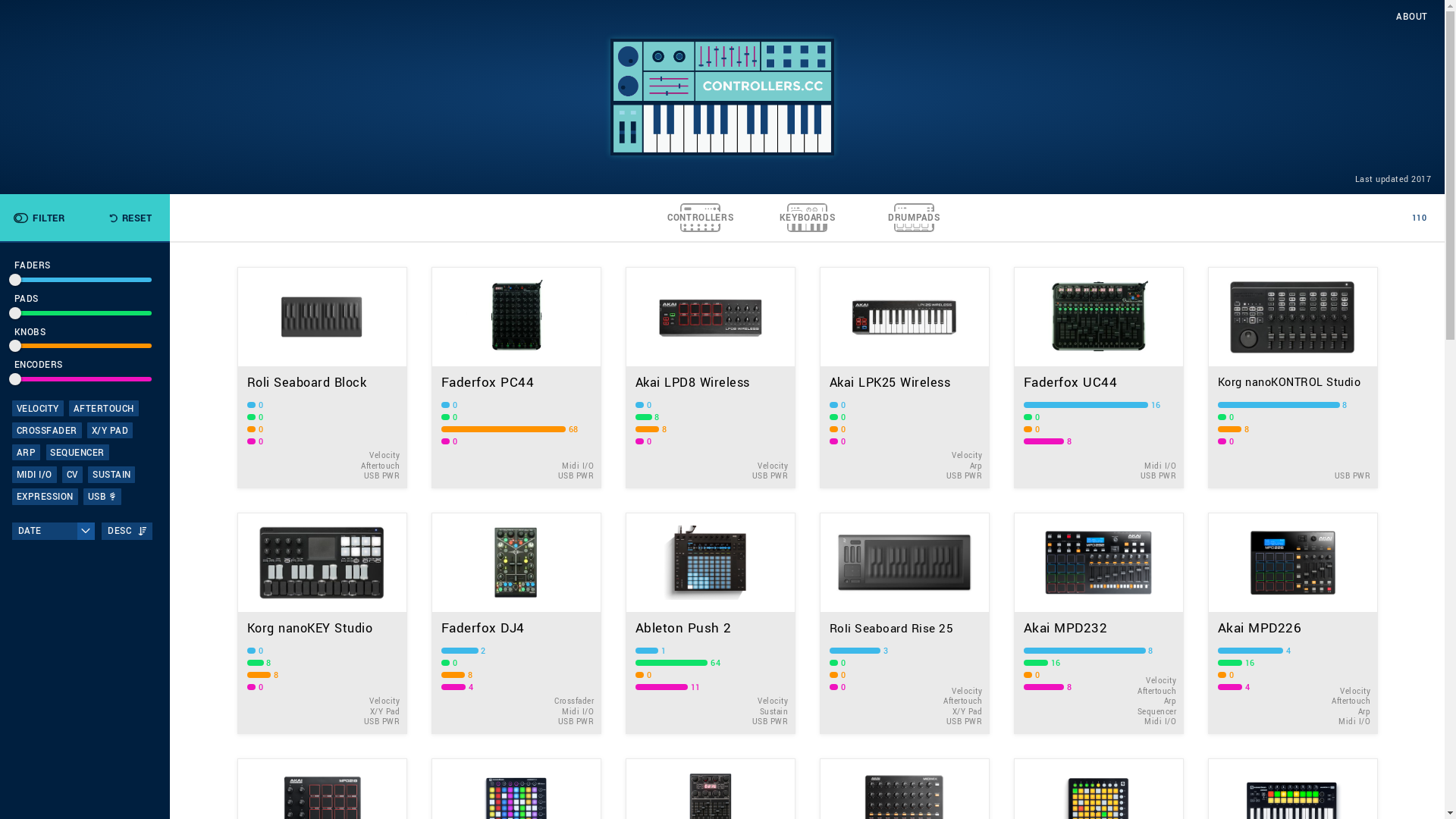 Image resolution: width=1456 pixels, height=819 pixels. What do you see at coordinates (108, 430) in the screenshot?
I see `'X/Y PAD'` at bounding box center [108, 430].